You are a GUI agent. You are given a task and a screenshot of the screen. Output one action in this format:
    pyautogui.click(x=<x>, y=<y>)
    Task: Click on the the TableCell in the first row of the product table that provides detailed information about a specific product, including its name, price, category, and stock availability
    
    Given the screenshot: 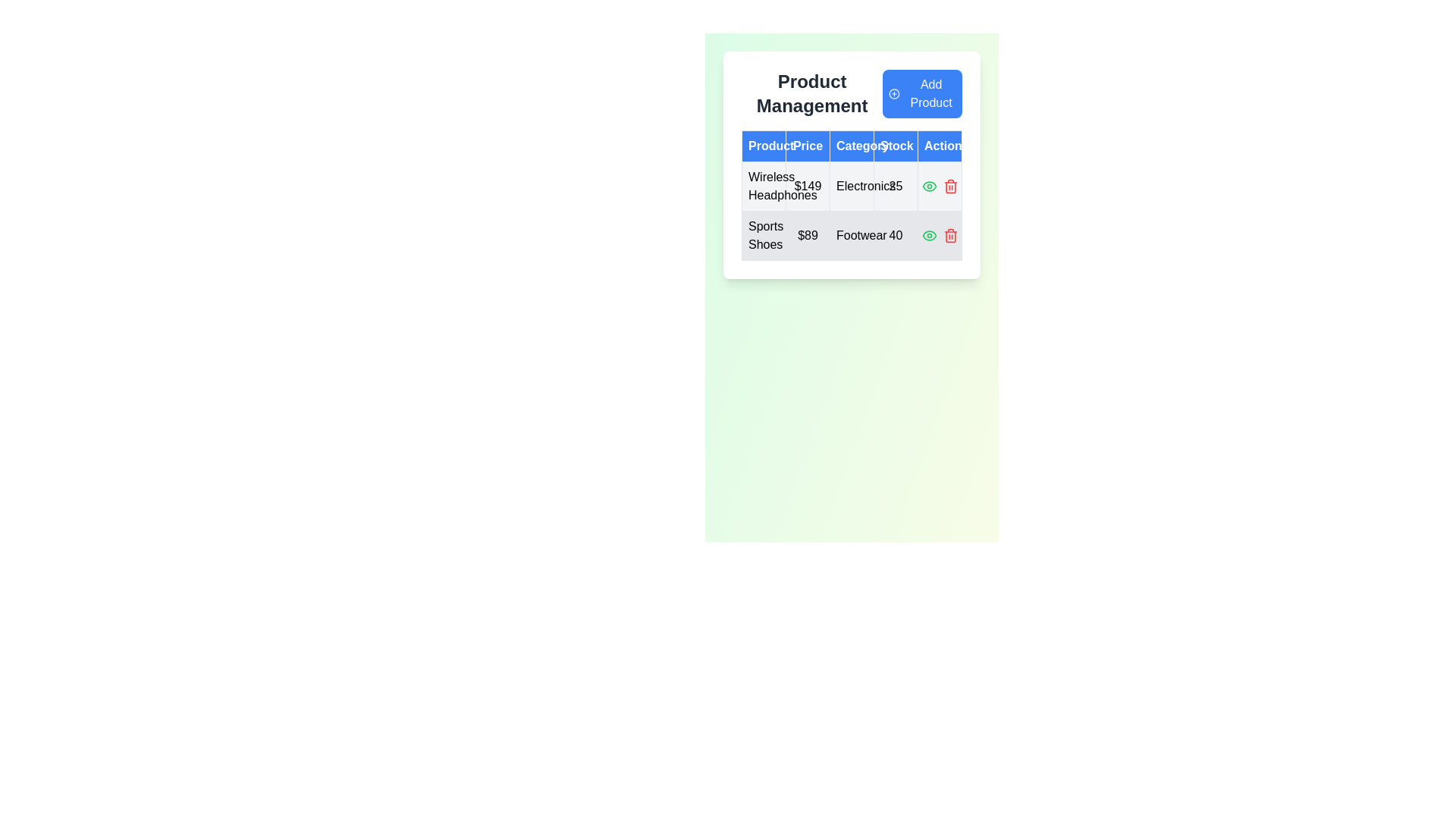 What is the action you would take?
    pyautogui.click(x=852, y=211)
    